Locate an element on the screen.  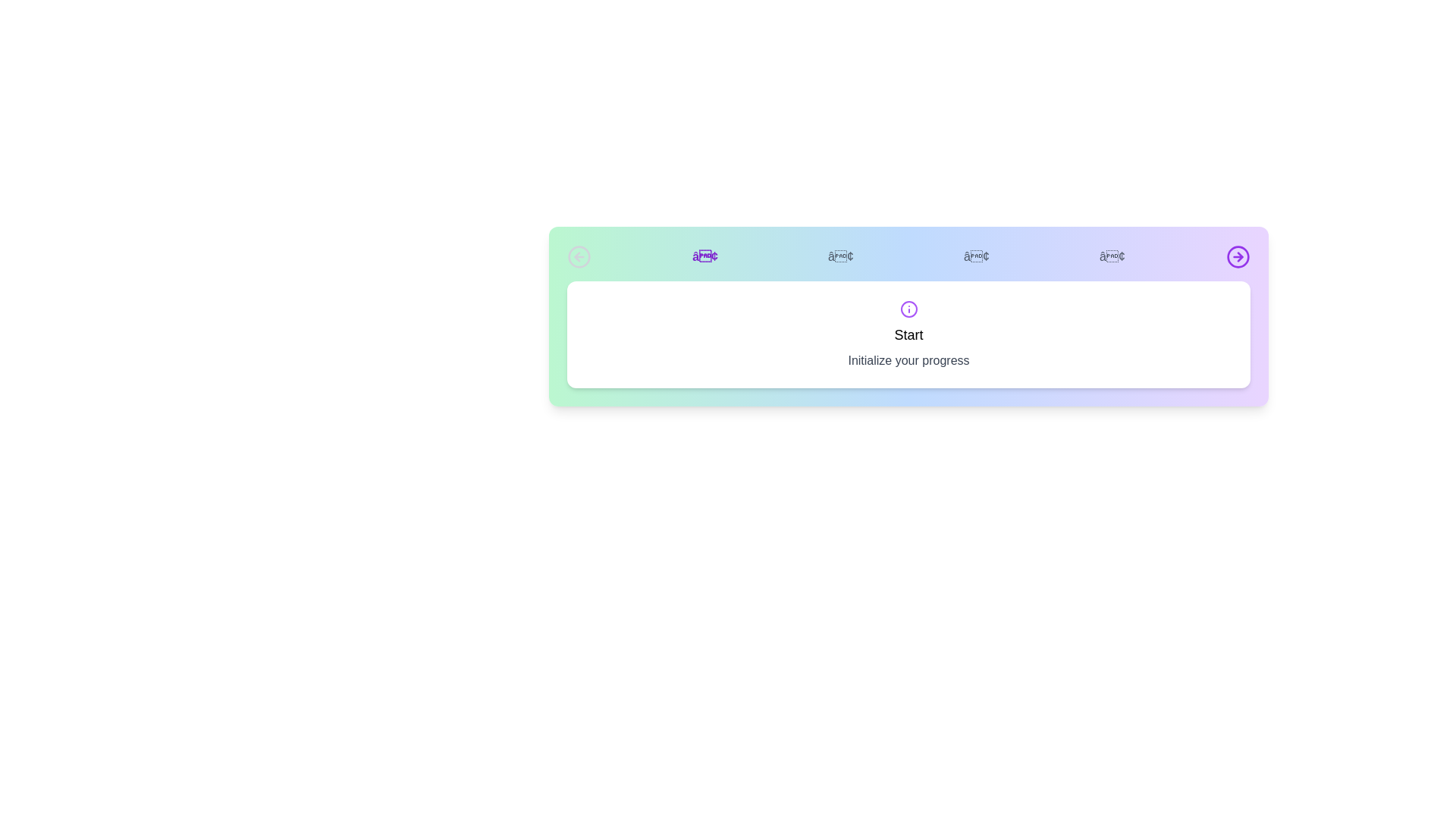
the left arrow button to navigate to the previous step is located at coordinates (578, 256).